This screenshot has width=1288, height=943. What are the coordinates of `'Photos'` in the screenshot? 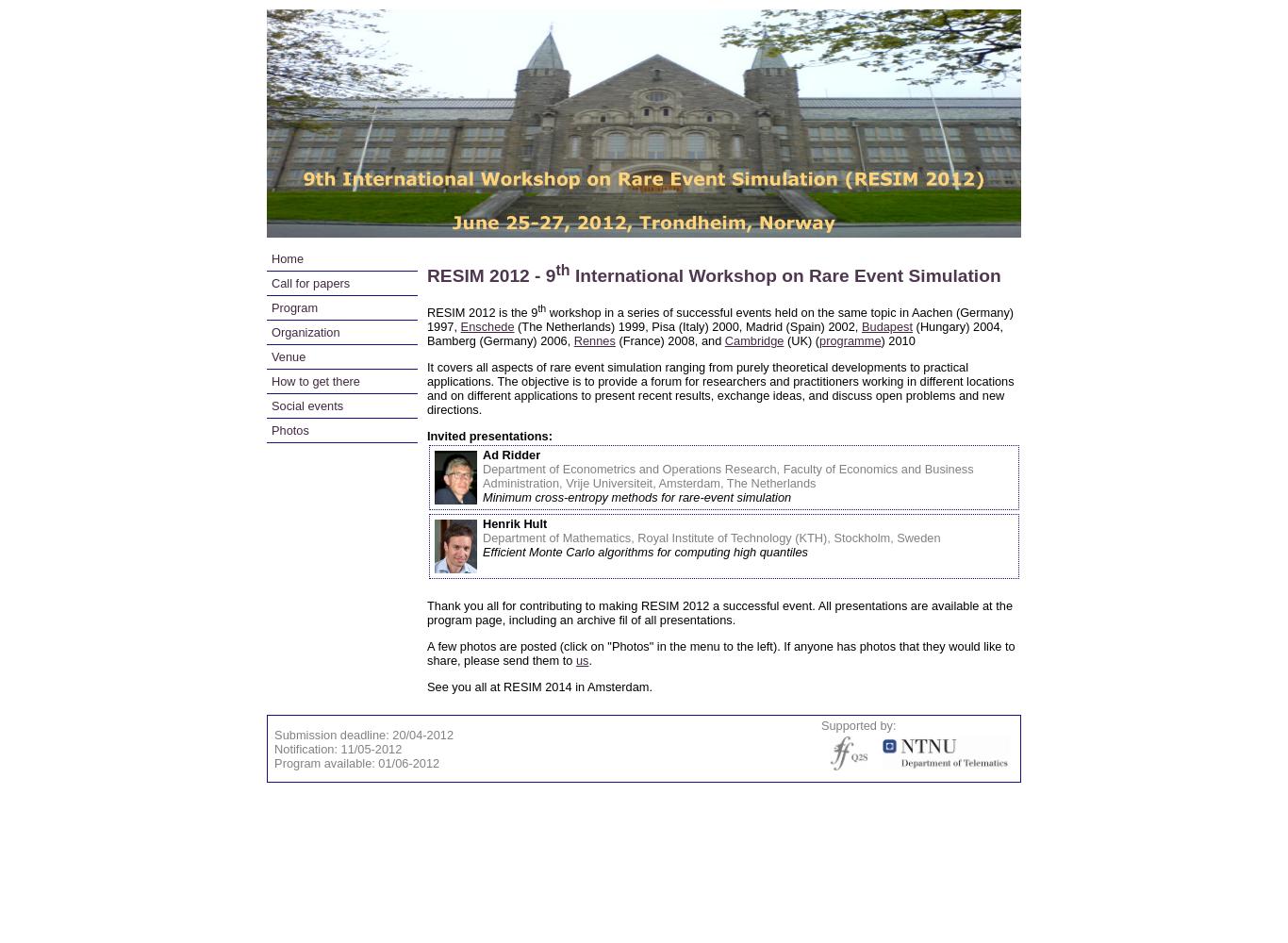 It's located at (289, 429).